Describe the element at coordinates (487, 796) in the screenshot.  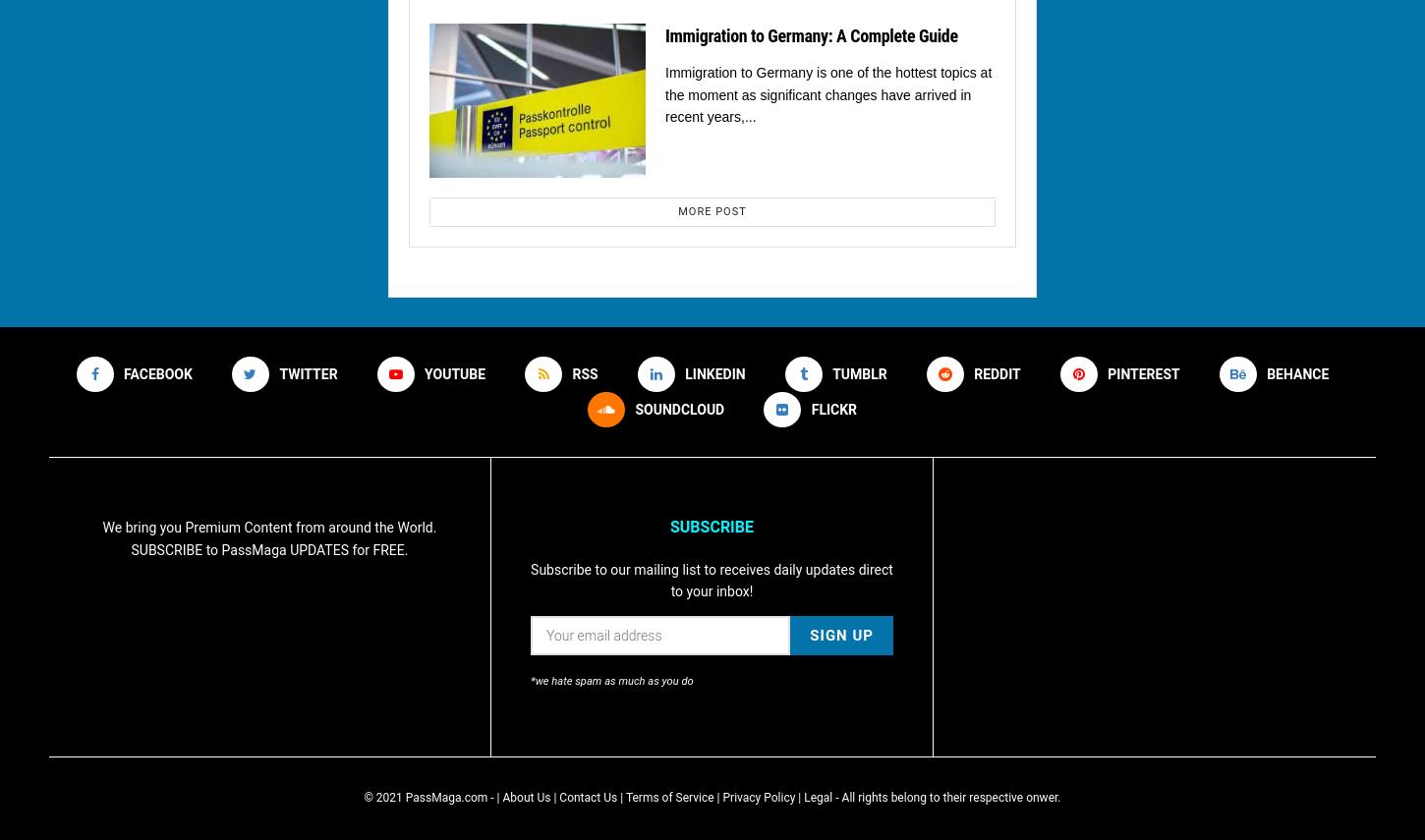
I see `'- |'` at that location.